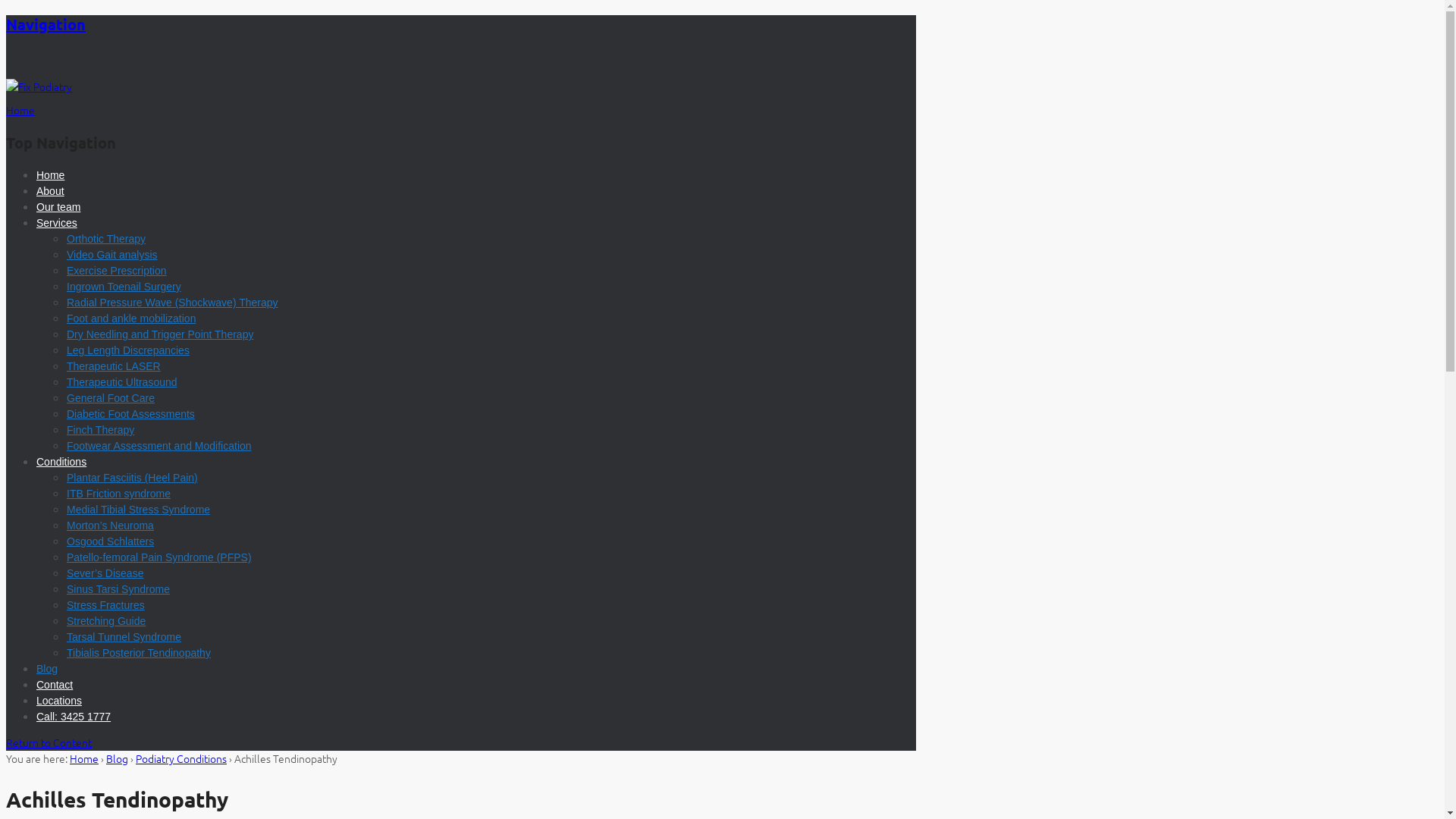 This screenshot has width=1456, height=819. Describe the element at coordinates (61, 461) in the screenshot. I see `'Conditions'` at that location.